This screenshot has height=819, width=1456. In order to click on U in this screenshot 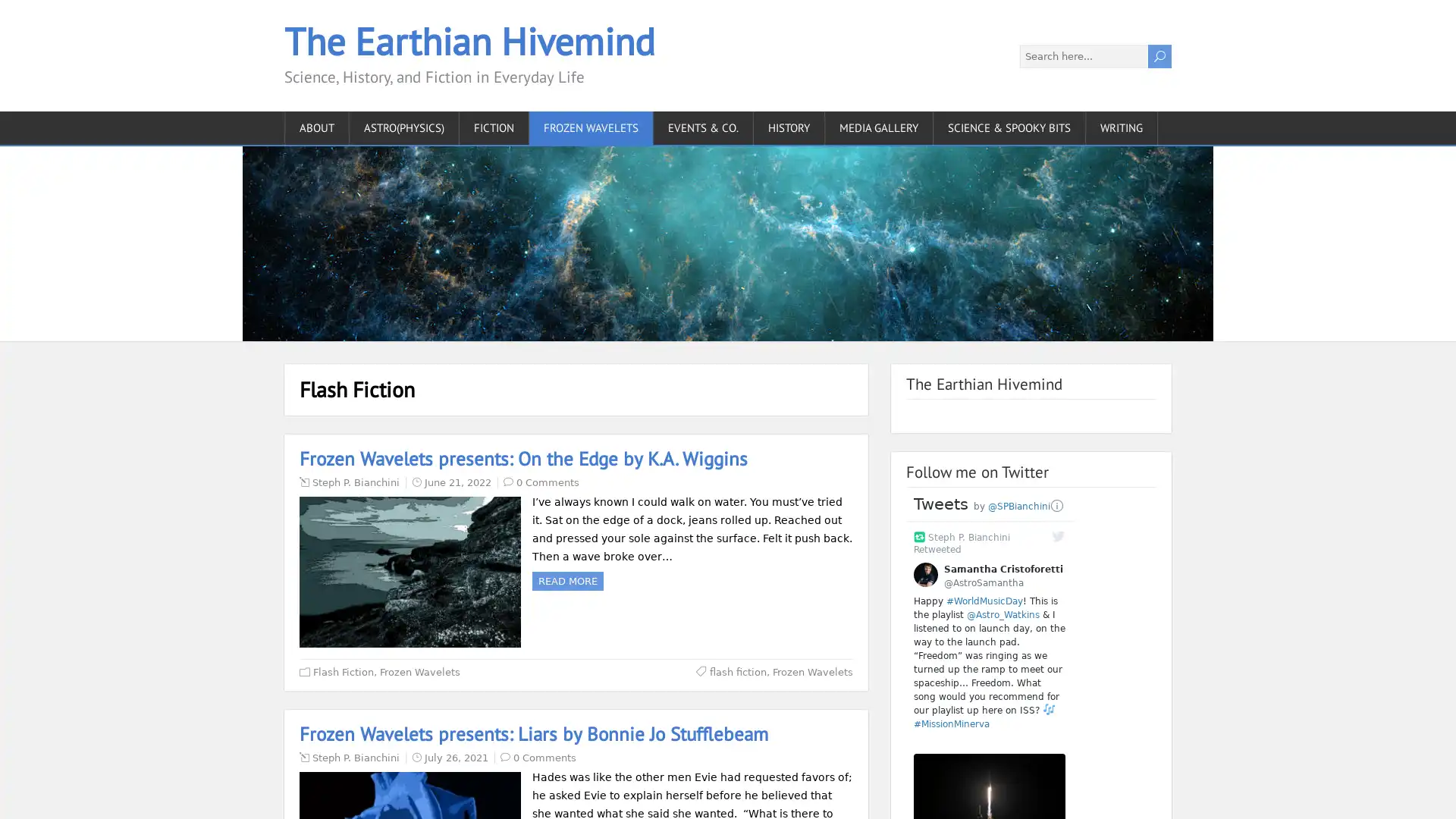, I will do `click(1159, 55)`.